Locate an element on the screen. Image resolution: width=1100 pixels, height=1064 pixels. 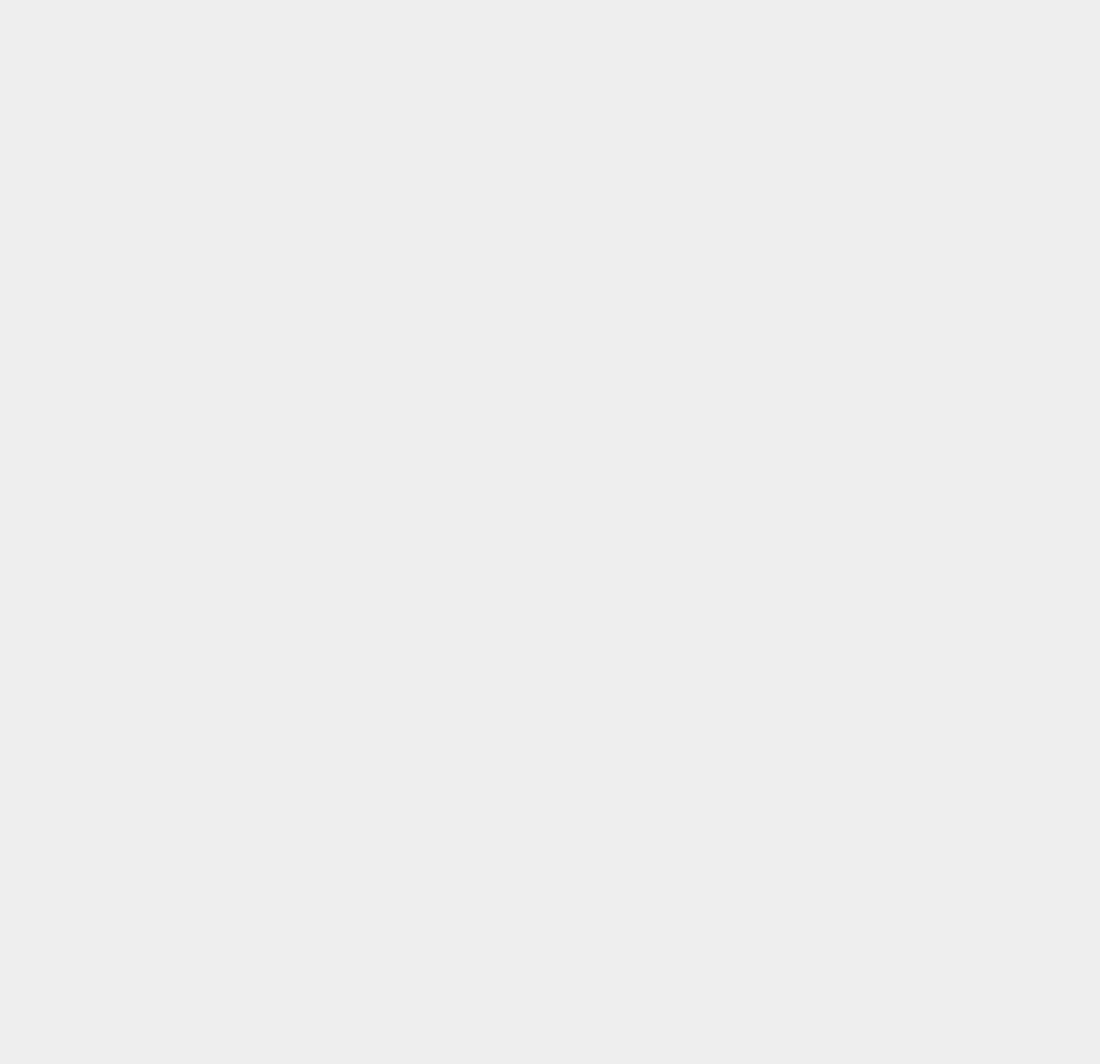
'OS X 10.10' is located at coordinates (812, 968).